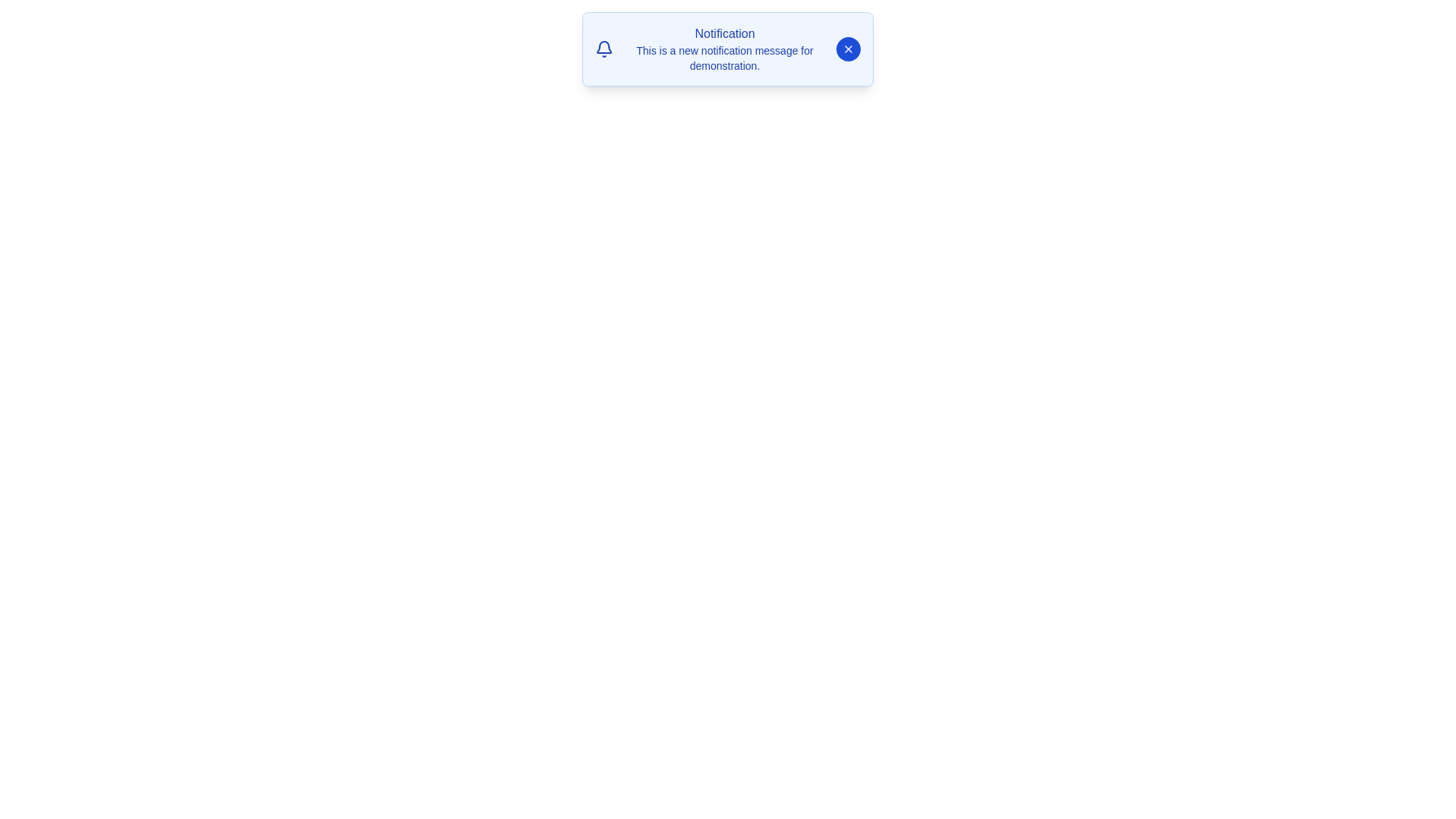 The image size is (1456, 819). I want to click on the stylized 'X' icon button, which is centered within a circular blue background, so click(847, 49).